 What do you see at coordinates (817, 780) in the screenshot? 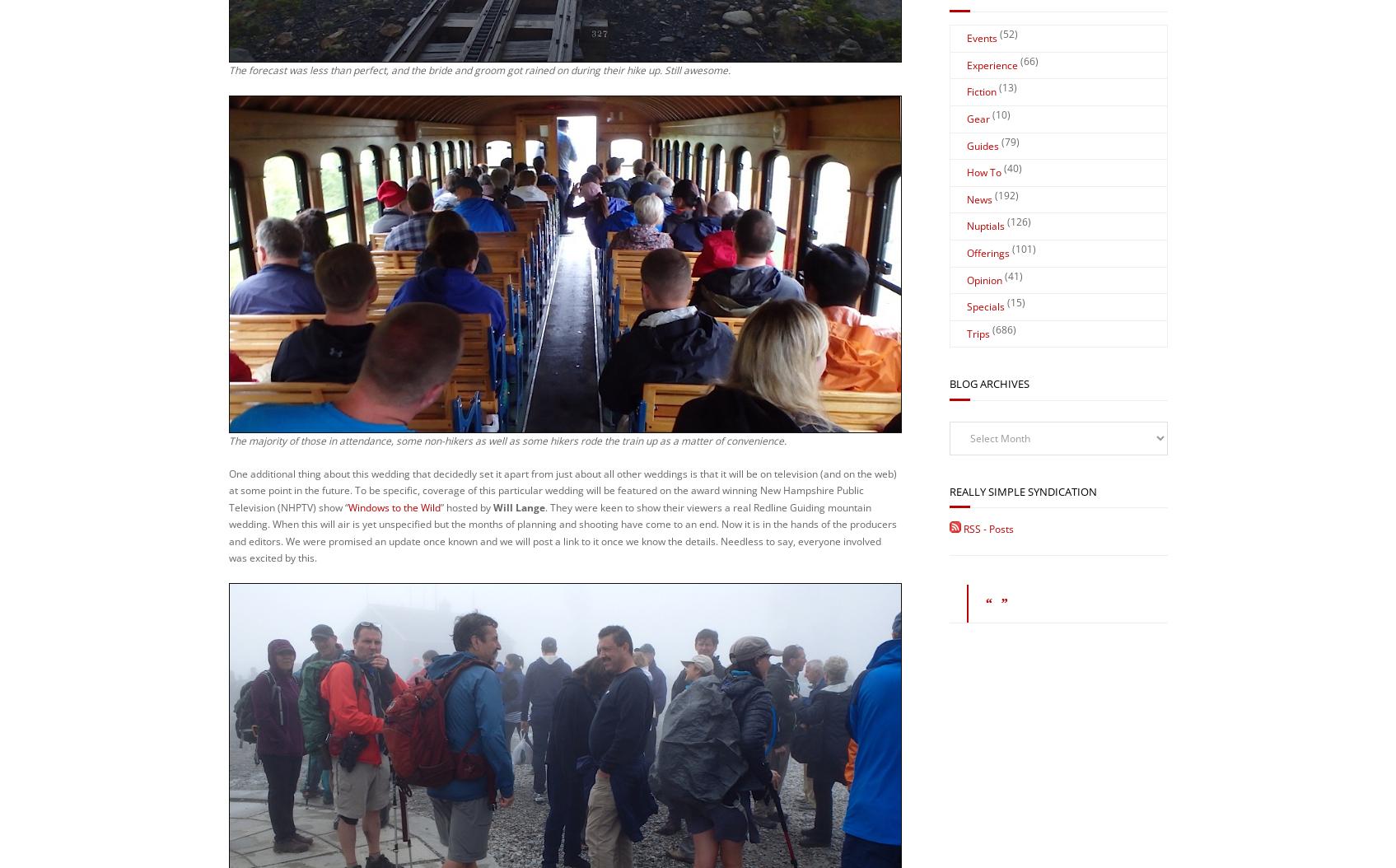
I see `'How We Work'` at bounding box center [817, 780].